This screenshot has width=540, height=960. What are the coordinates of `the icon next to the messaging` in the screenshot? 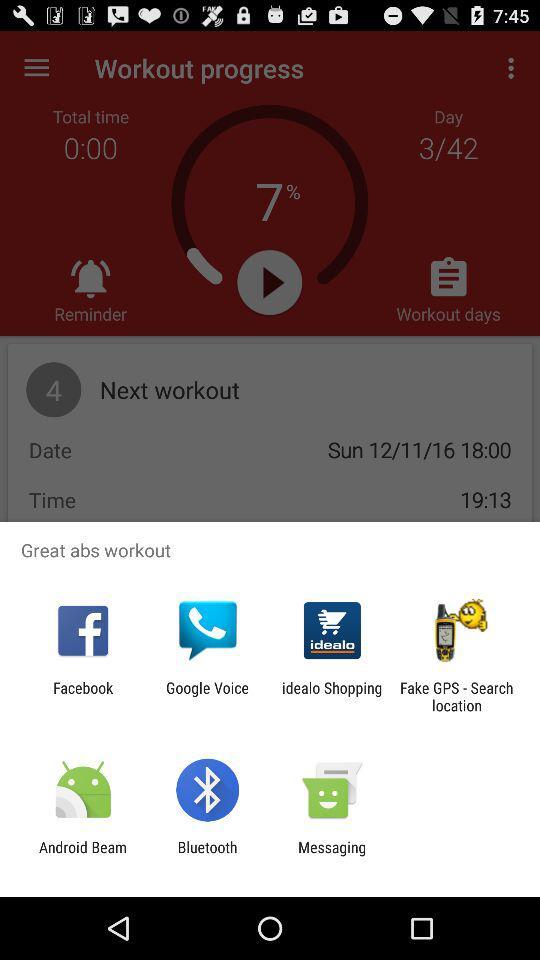 It's located at (206, 855).